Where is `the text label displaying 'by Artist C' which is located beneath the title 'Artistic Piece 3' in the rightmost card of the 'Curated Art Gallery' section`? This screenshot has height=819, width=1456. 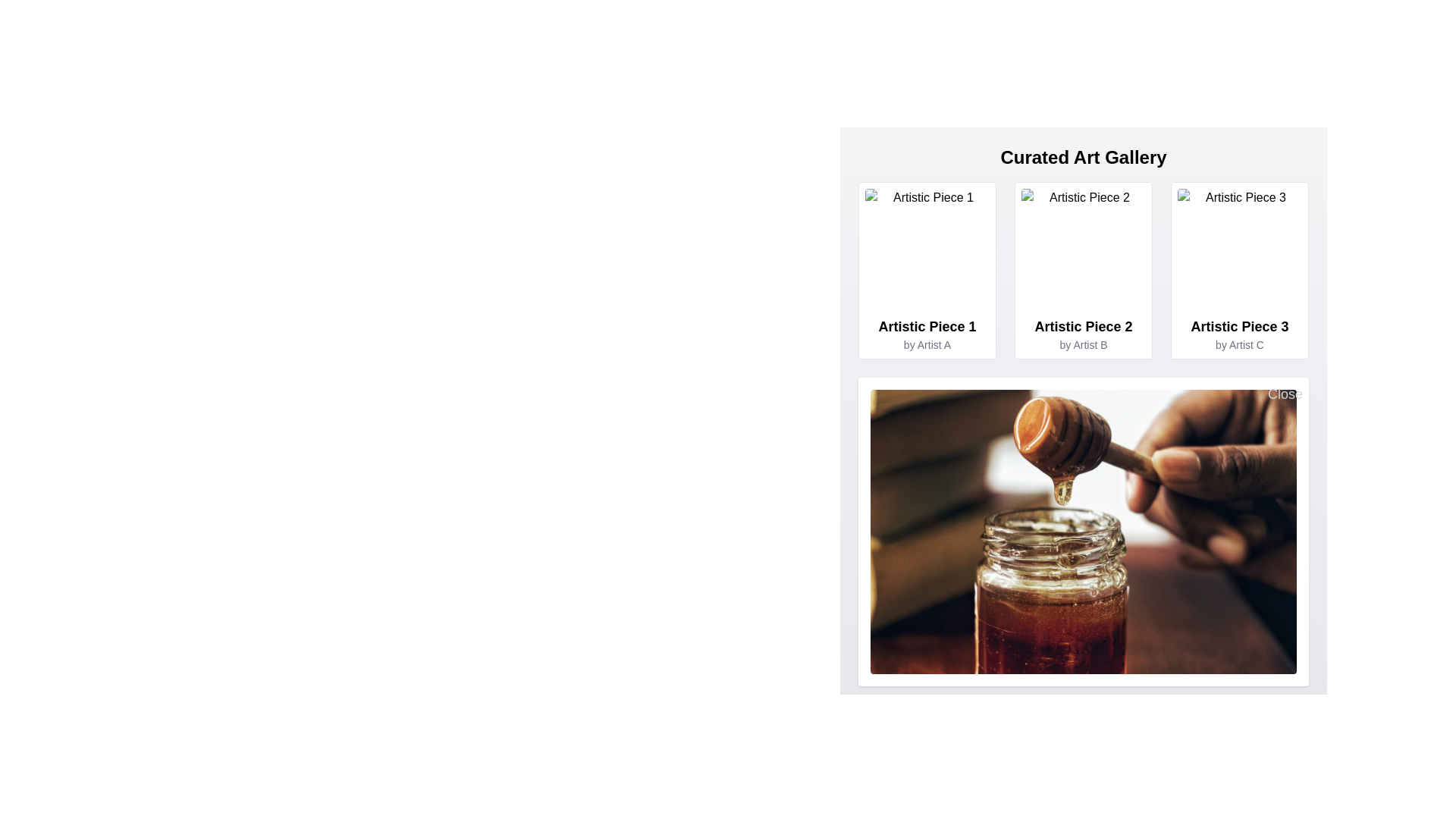 the text label displaying 'by Artist C' which is located beneath the title 'Artistic Piece 3' in the rightmost card of the 'Curated Art Gallery' section is located at coordinates (1240, 345).